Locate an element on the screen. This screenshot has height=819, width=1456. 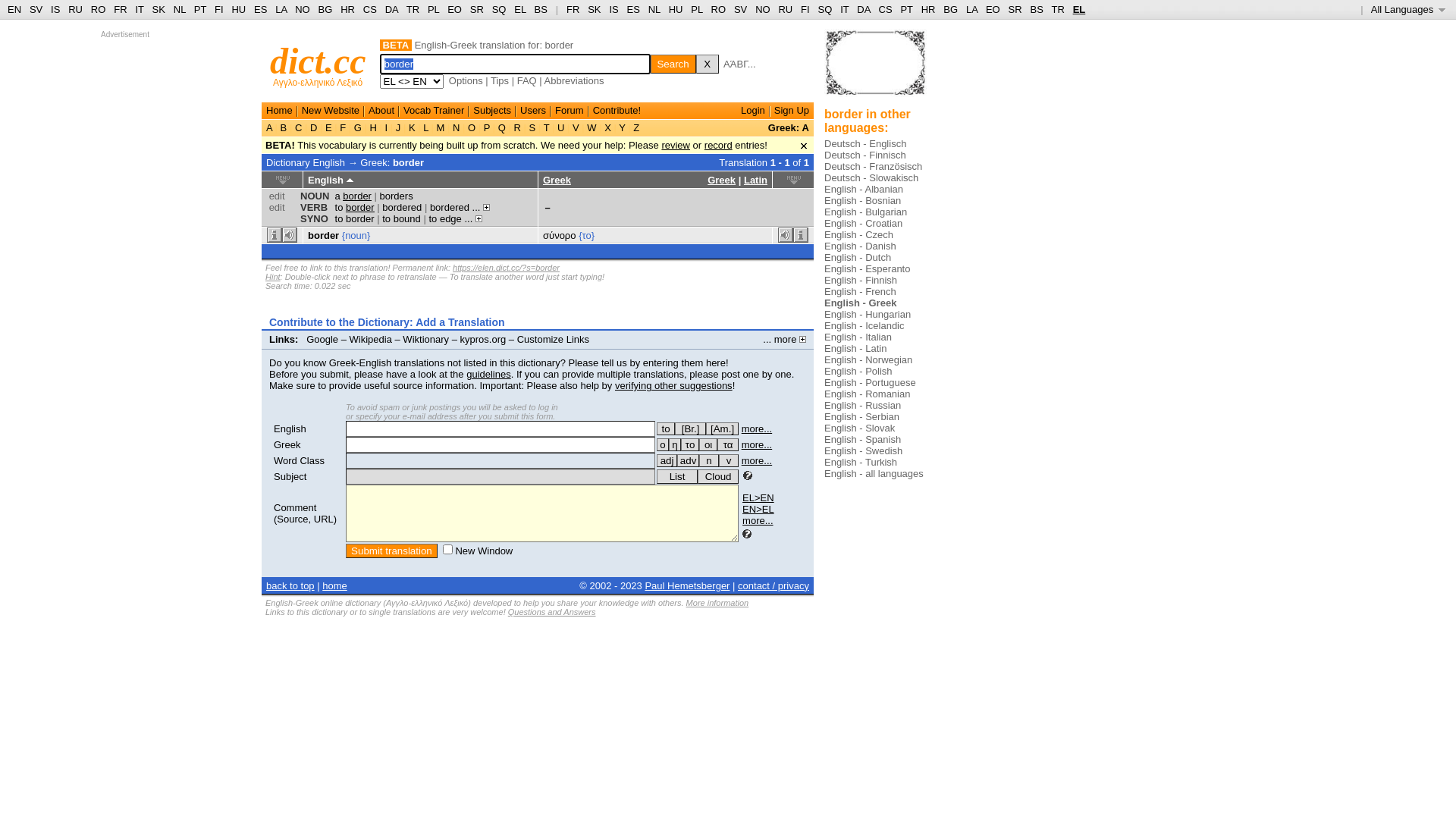
'to edge' is located at coordinates (444, 218).